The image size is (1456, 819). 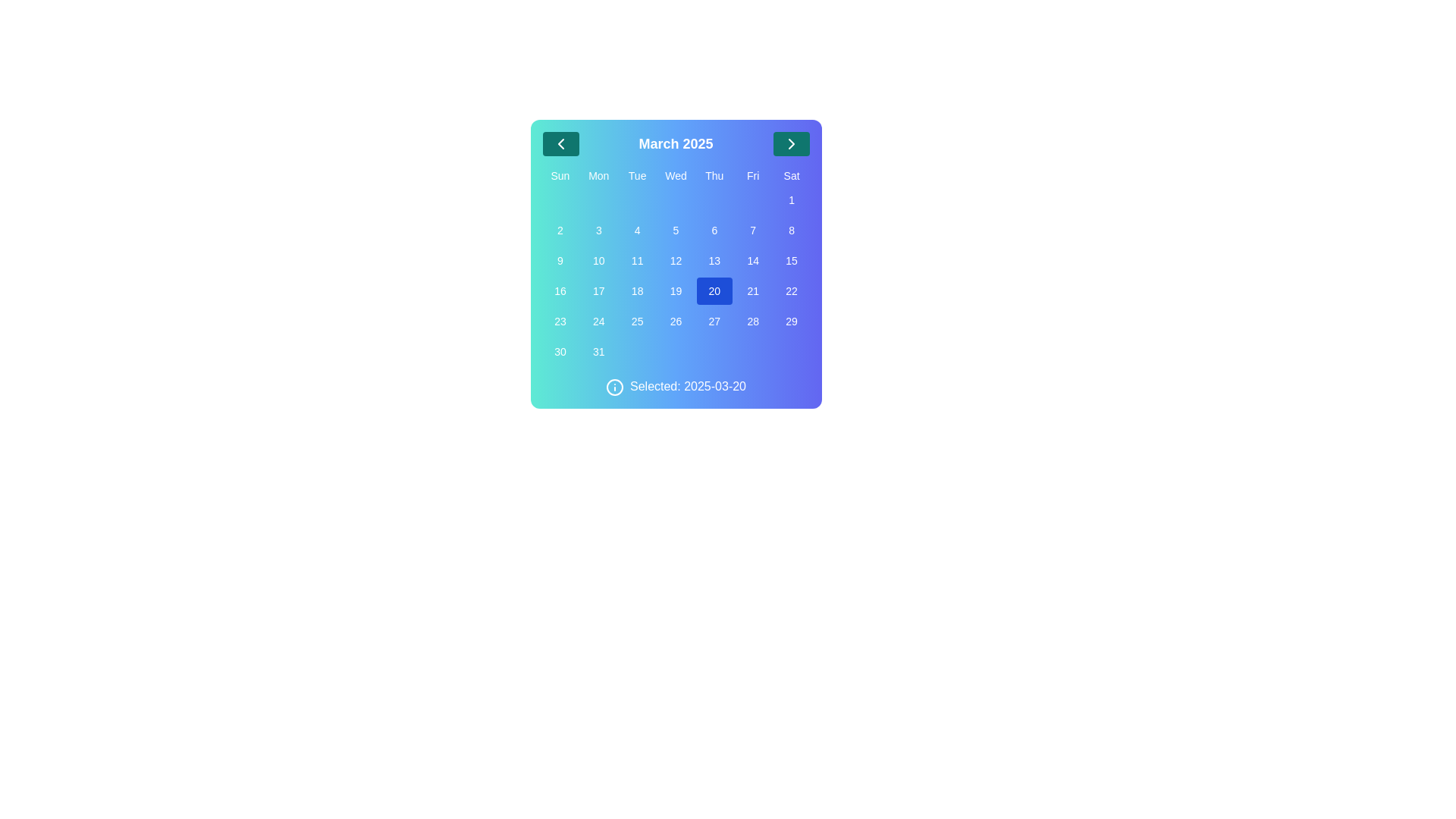 I want to click on the button-like interactive calendar cell representing the date '24', so click(x=598, y=321).